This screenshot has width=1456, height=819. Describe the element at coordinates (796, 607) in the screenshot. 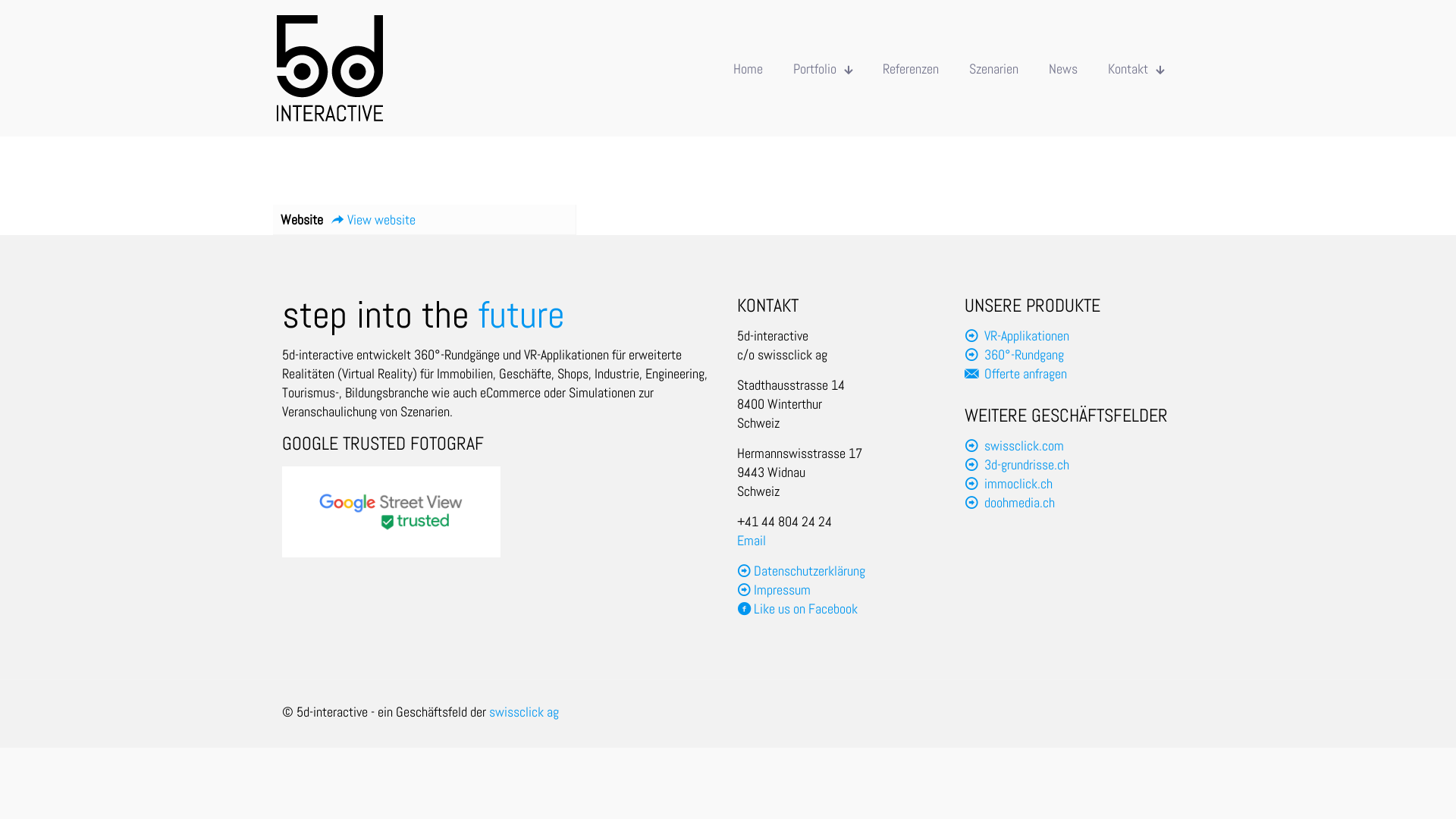

I see `'Like us on Facebook'` at that location.